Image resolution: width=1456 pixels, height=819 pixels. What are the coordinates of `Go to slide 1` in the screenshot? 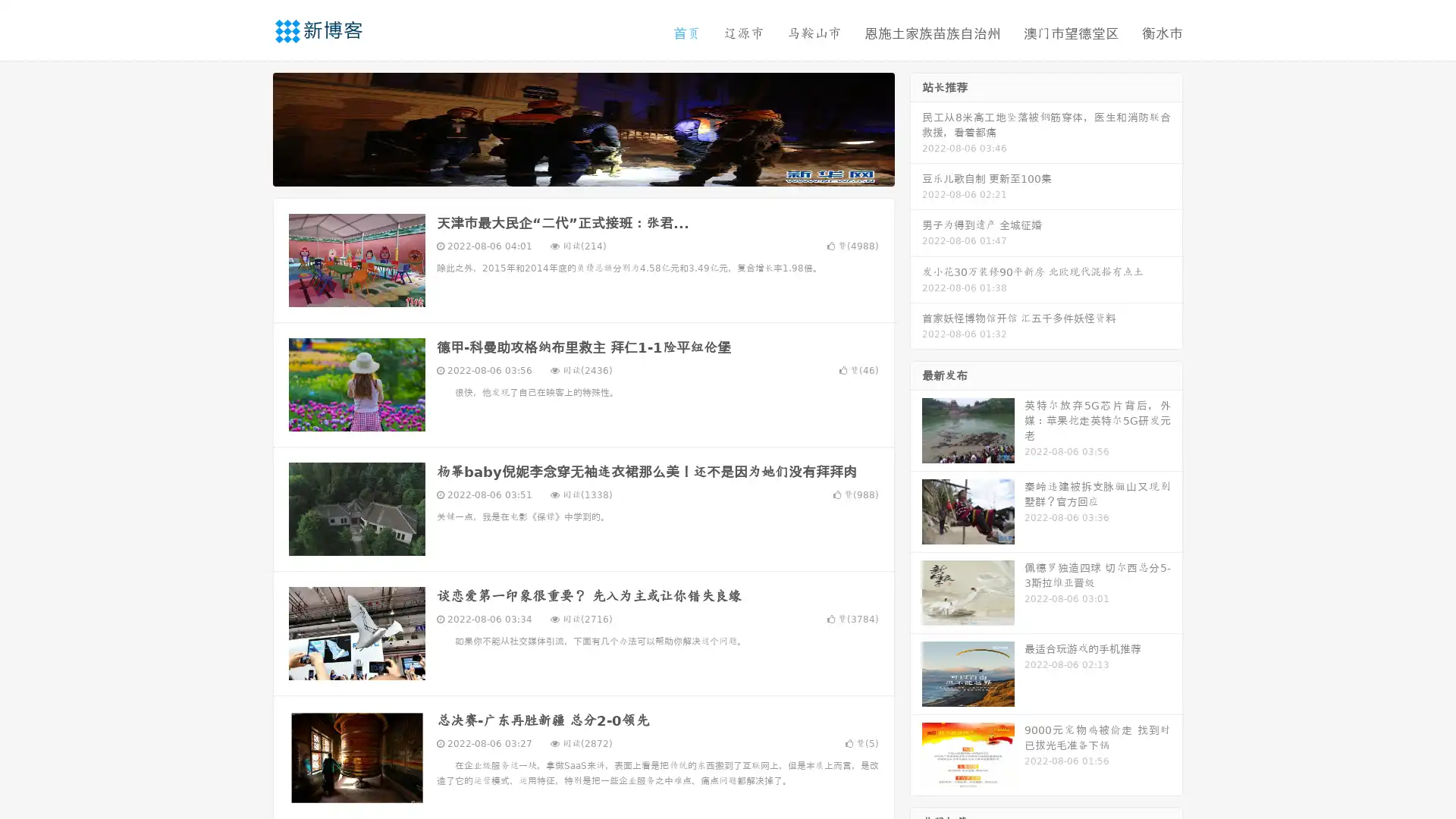 It's located at (567, 171).